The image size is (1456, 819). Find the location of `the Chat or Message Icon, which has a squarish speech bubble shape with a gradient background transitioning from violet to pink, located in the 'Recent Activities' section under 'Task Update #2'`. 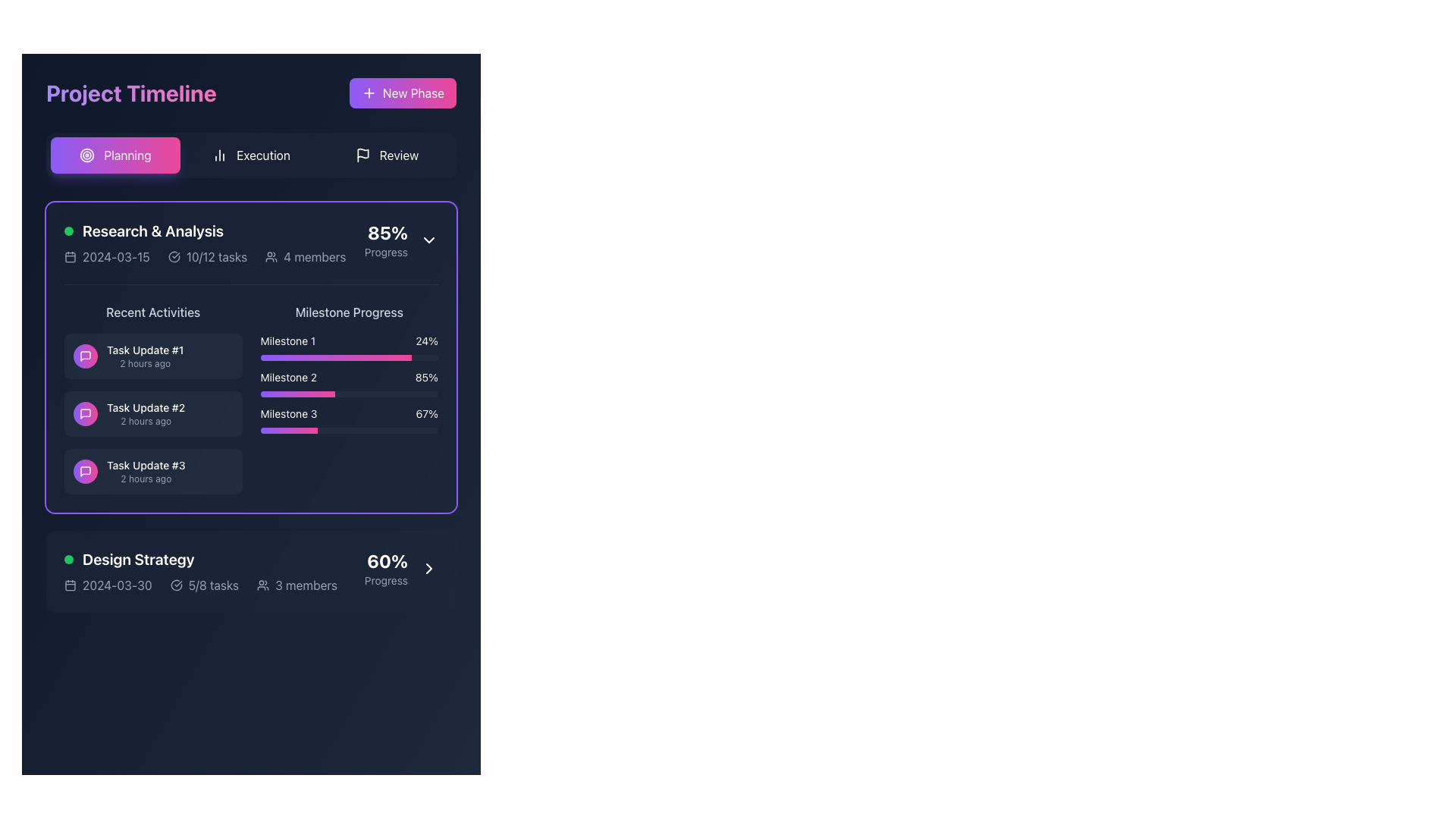

the Chat or Message Icon, which has a squarish speech bubble shape with a gradient background transitioning from violet to pink, located in the 'Recent Activities' section under 'Task Update #2' is located at coordinates (85, 356).